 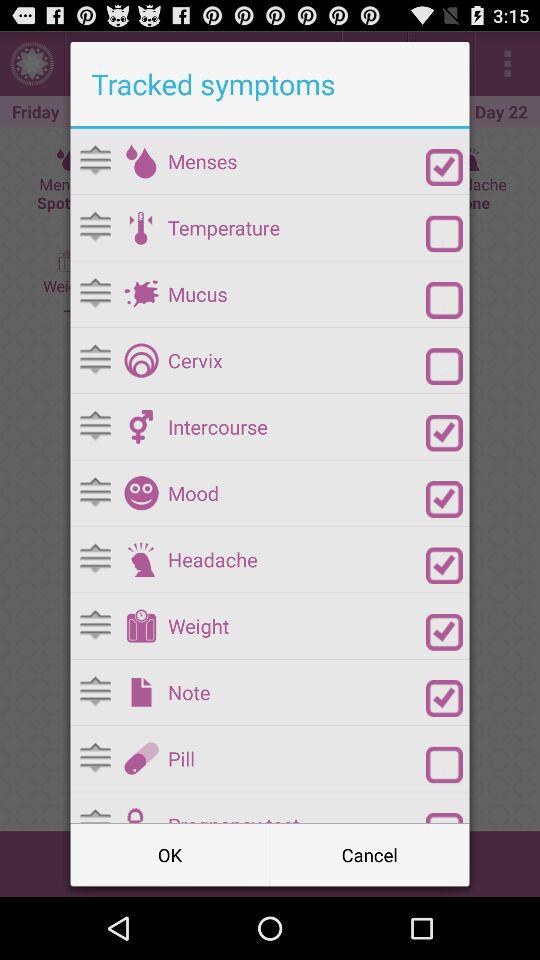 I want to click on the app above the weight item, so click(x=296, y=559).